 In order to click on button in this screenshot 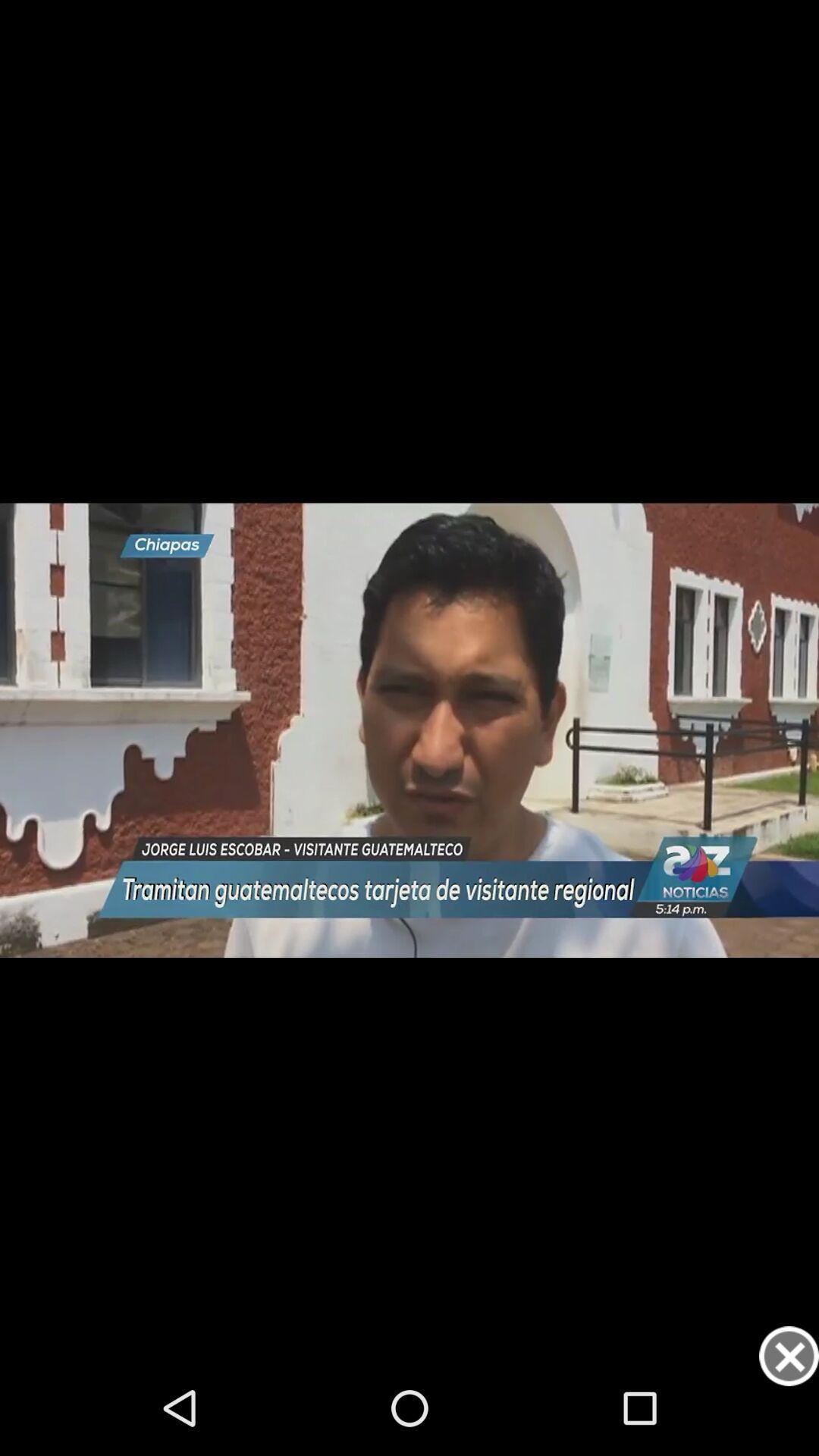, I will do `click(788, 1356)`.